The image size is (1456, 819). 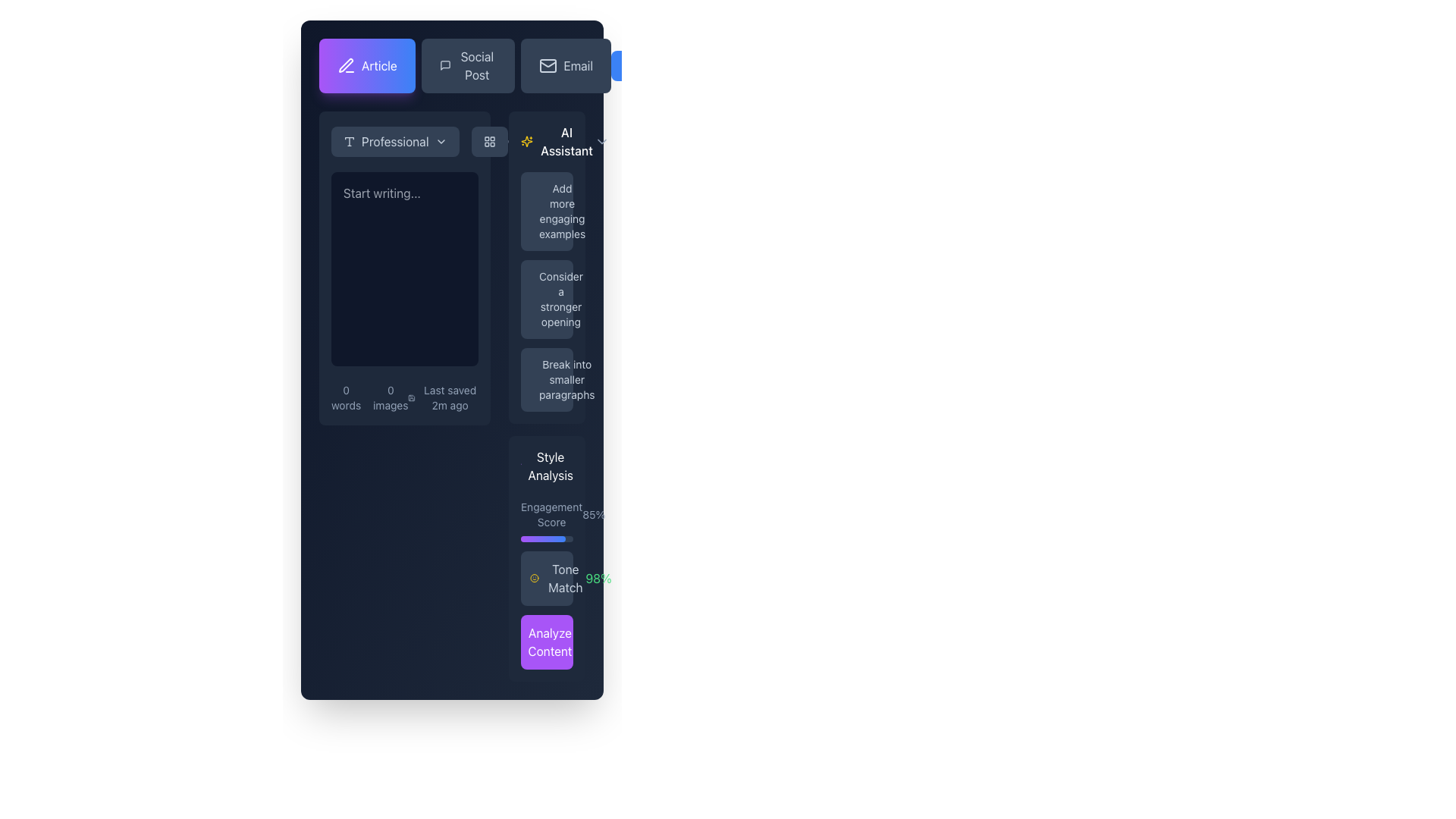 What do you see at coordinates (527, 141) in the screenshot?
I see `the central starburst shape of the decorative SVG icon within the 'AI Assistant' label, which is located in the right-side panel near the top` at bounding box center [527, 141].